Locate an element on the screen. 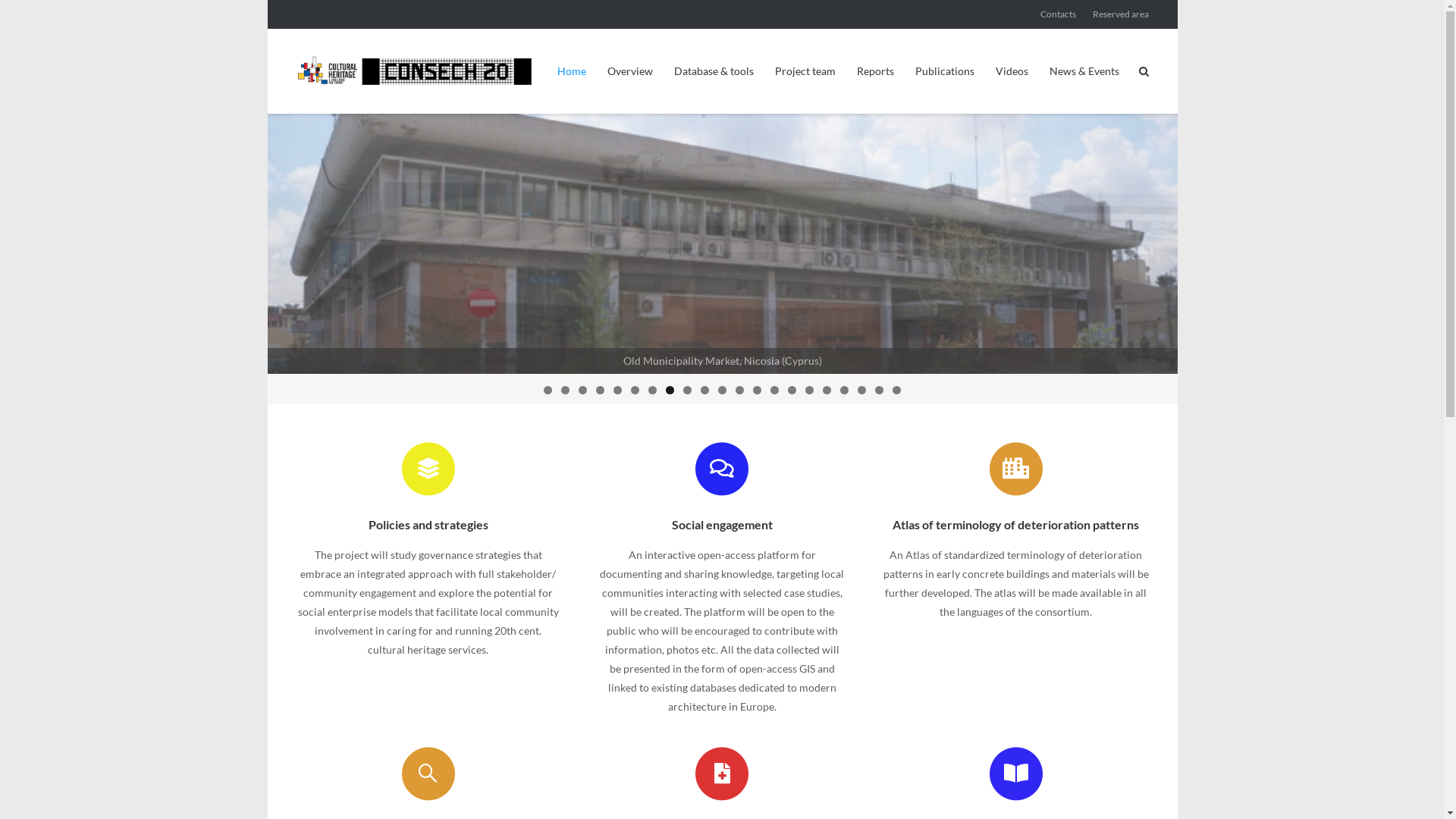  'Overview' is located at coordinates (607, 71).